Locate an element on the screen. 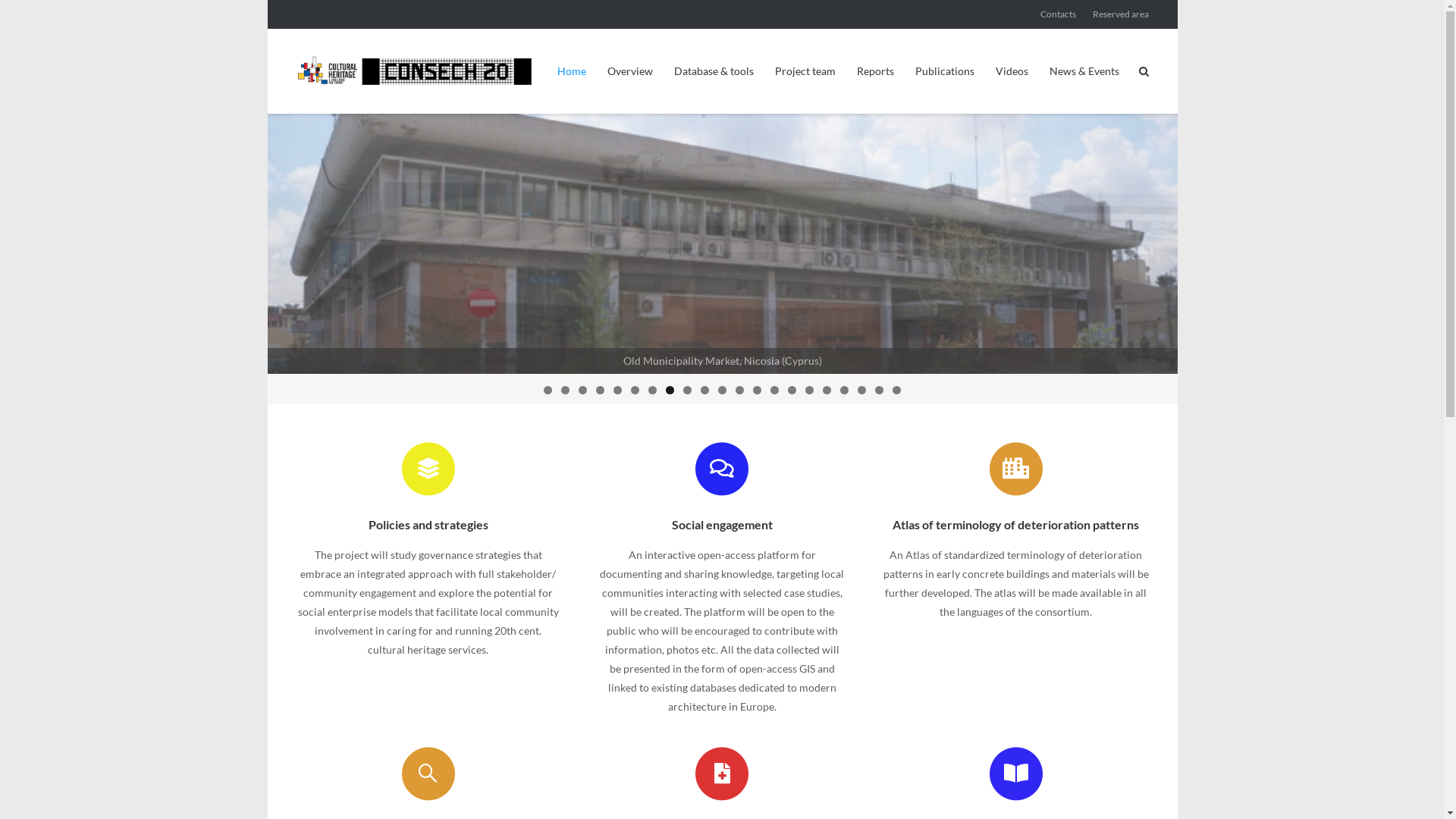  'Overview' is located at coordinates (607, 71).